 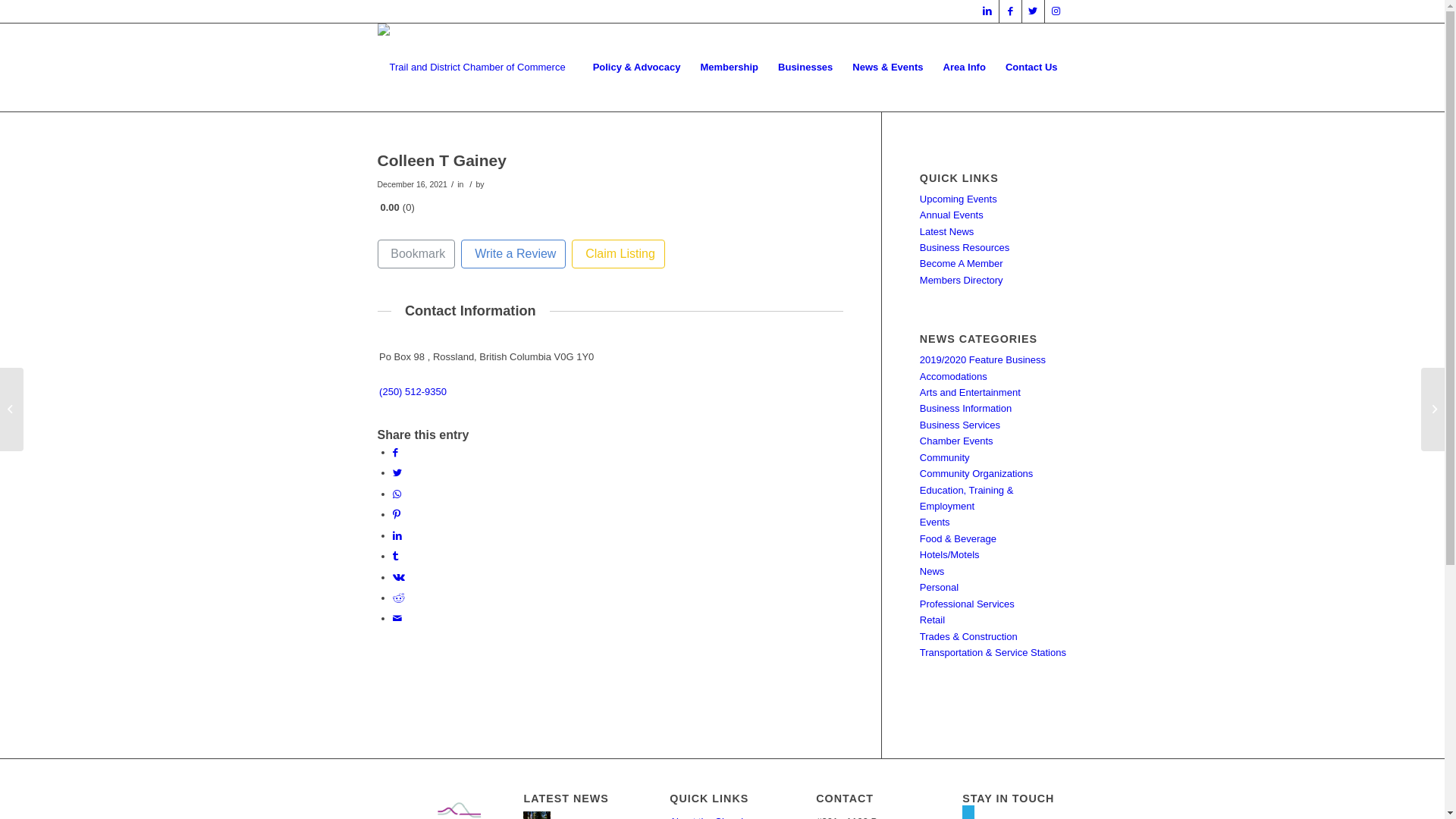 What do you see at coordinates (413, 391) in the screenshot?
I see `'(250) 512-9350'` at bounding box center [413, 391].